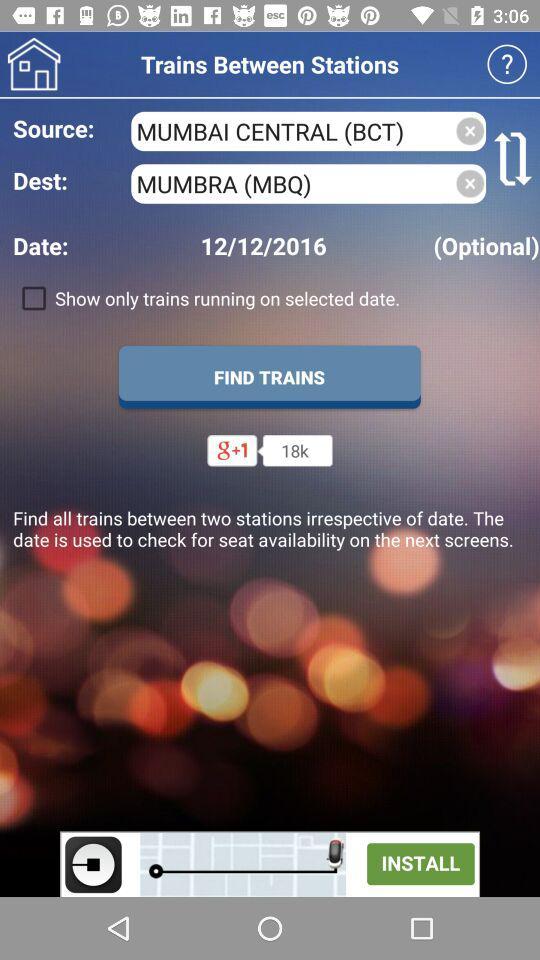 This screenshot has width=540, height=960. Describe the element at coordinates (470, 183) in the screenshot. I see `the close icon` at that location.